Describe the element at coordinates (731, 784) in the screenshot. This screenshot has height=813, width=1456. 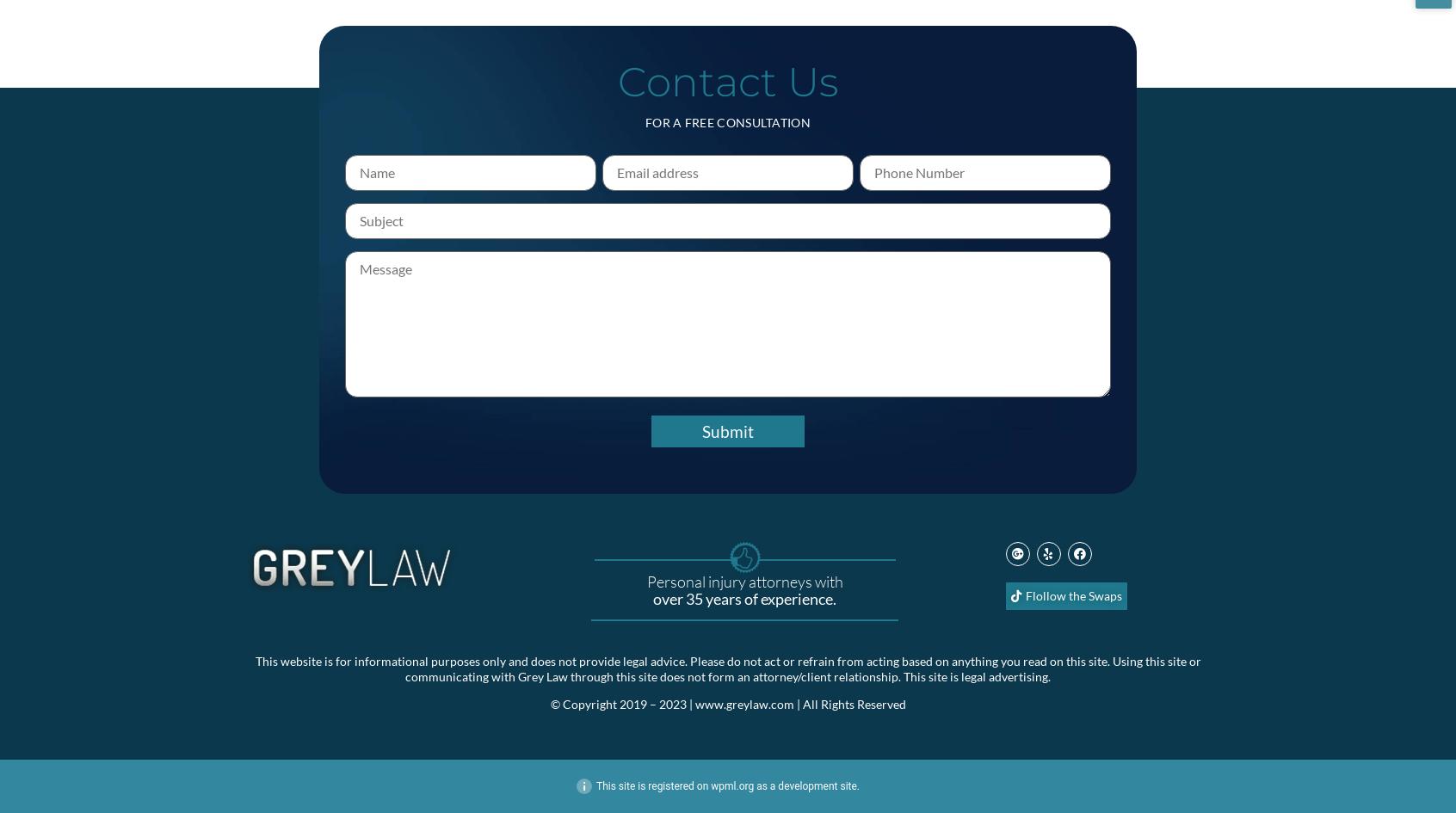
I see `'wpml.org'` at that location.